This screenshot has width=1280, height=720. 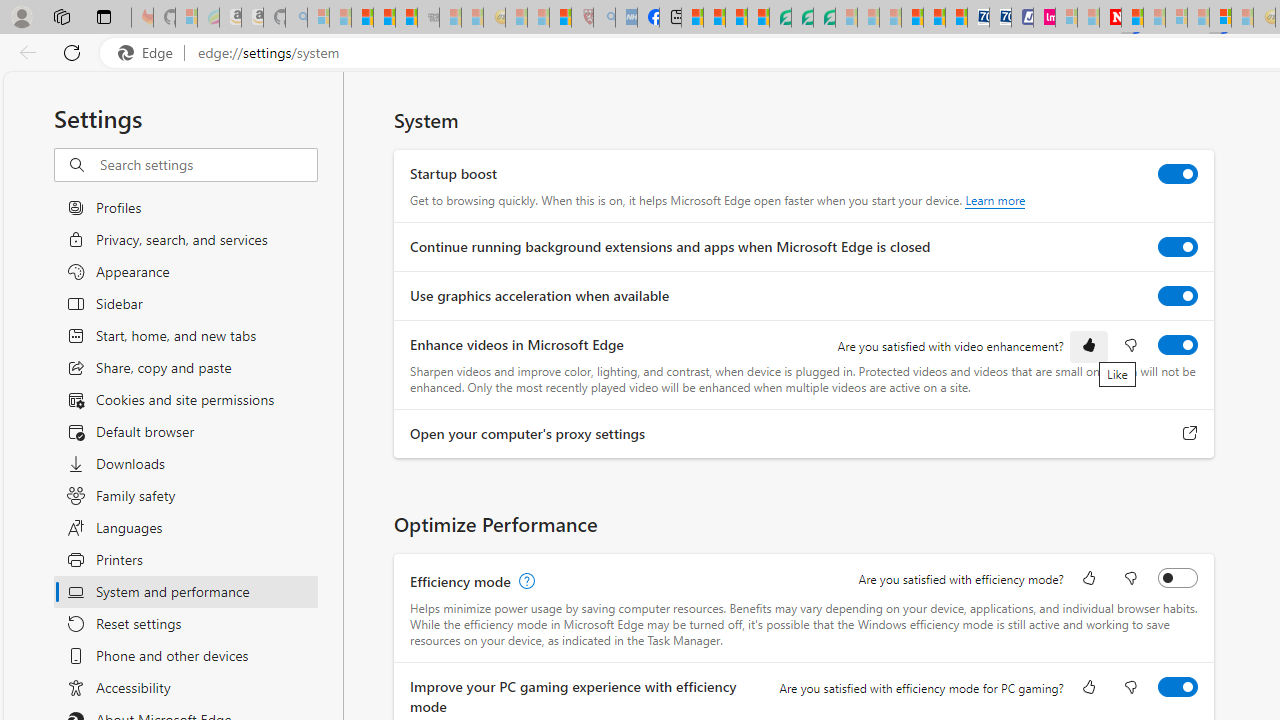 What do you see at coordinates (1043, 17) in the screenshot?
I see `'Jobs - lastminute.com Investor Portal'` at bounding box center [1043, 17].